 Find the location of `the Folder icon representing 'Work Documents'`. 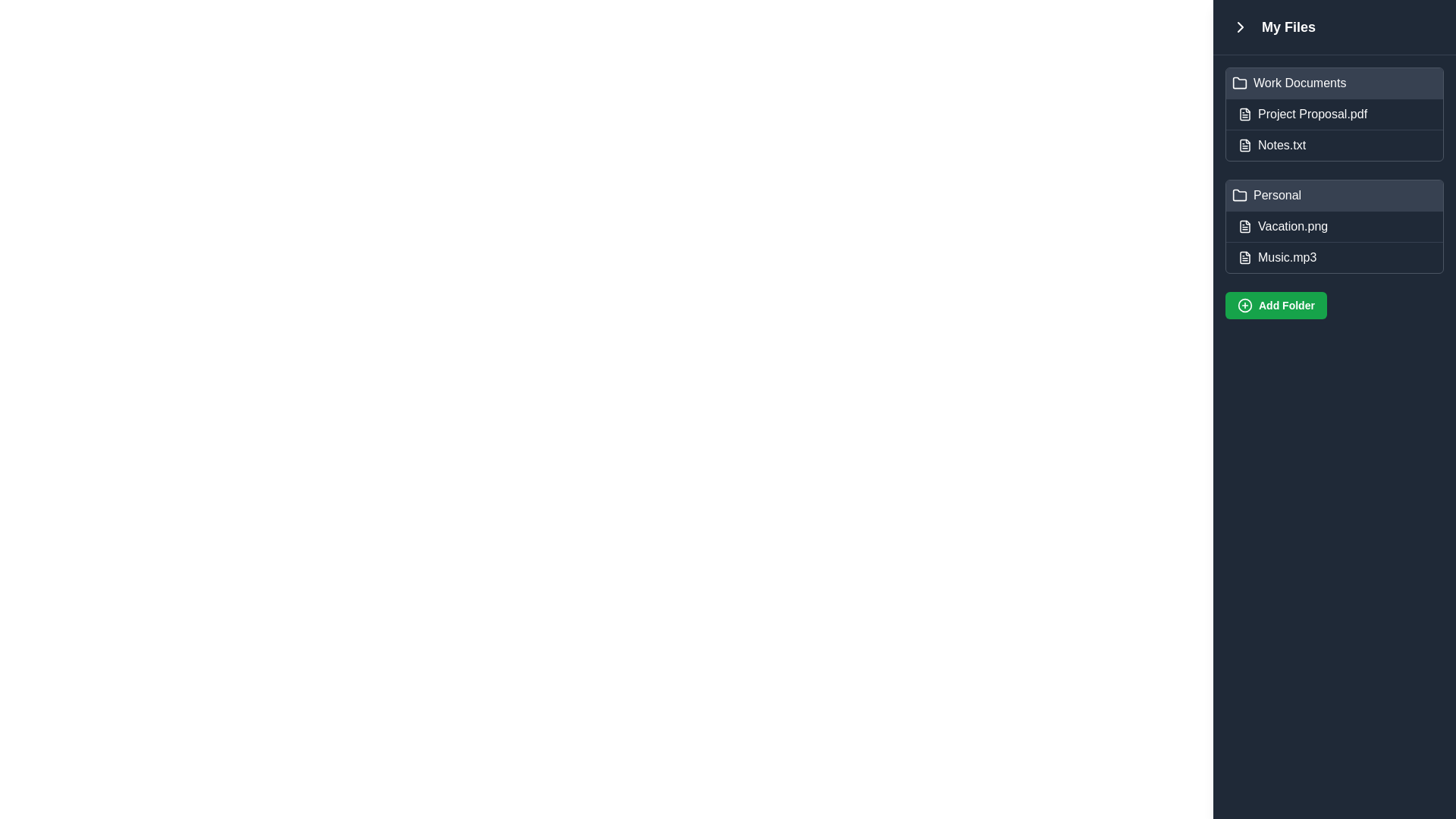

the Folder icon representing 'Work Documents' is located at coordinates (1240, 83).